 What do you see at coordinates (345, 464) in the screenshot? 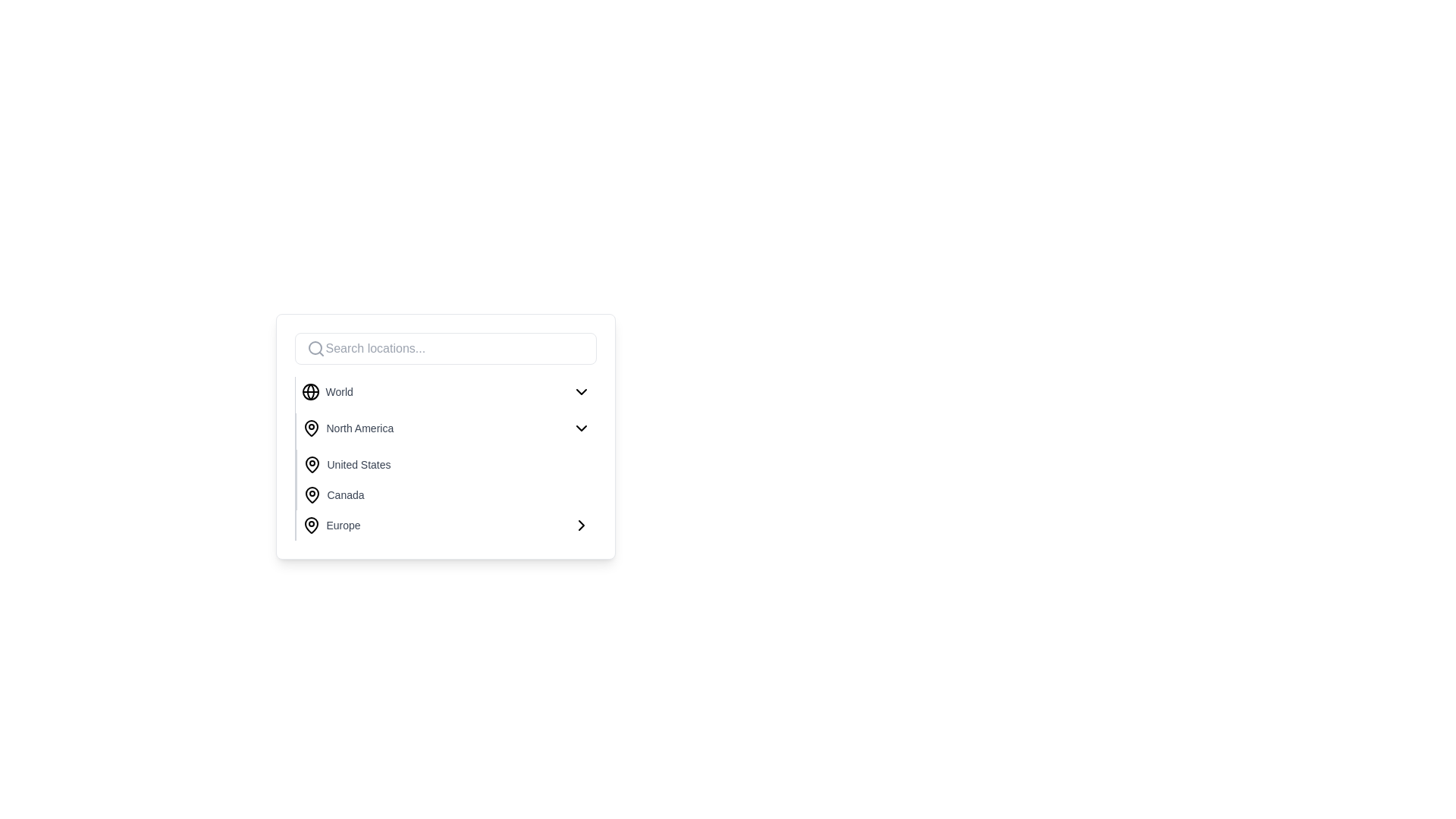
I see `the selectable list item labeled 'United States'` at bounding box center [345, 464].